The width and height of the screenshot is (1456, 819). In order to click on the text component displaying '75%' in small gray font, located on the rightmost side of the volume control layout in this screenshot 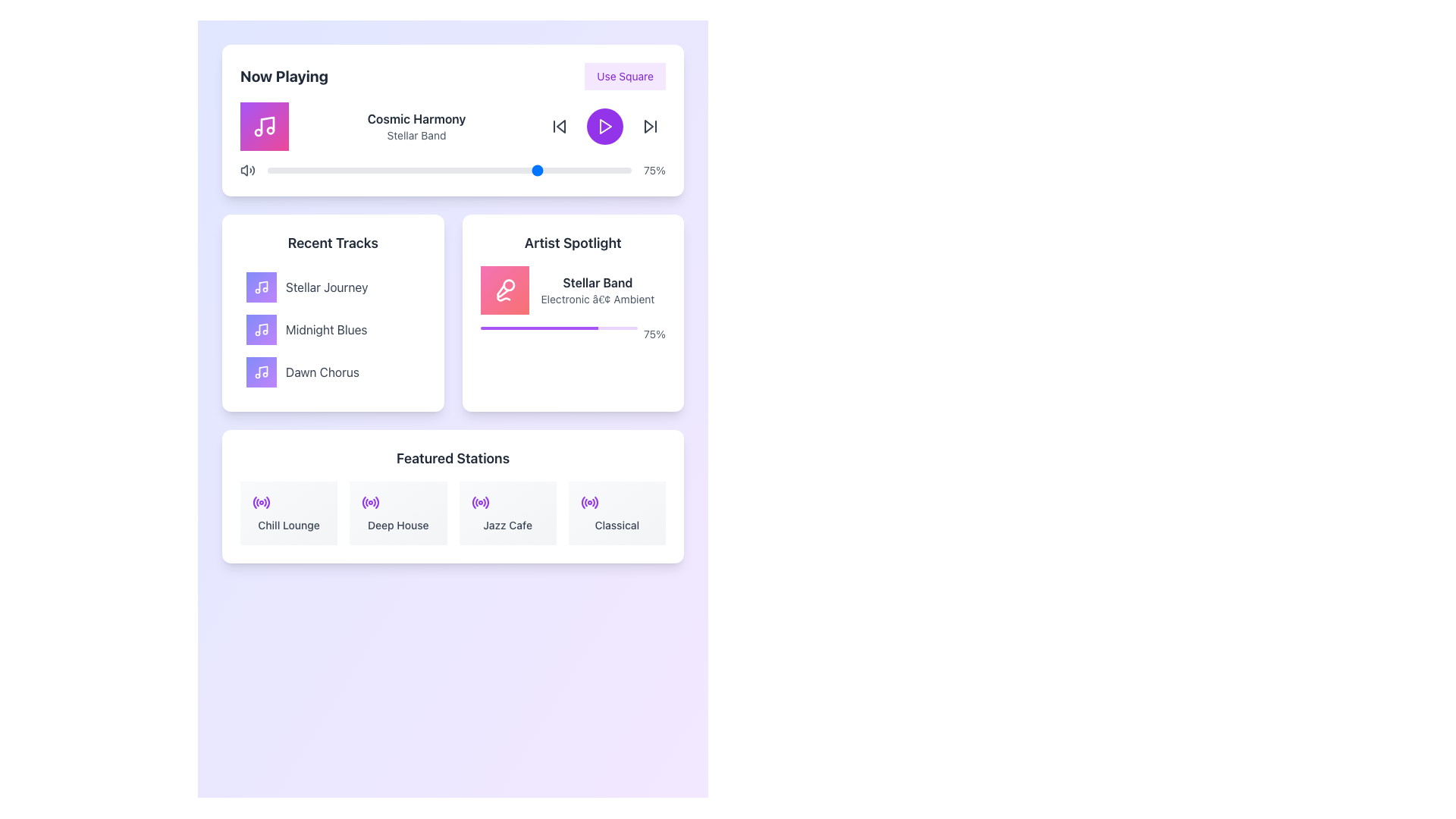, I will do `click(654, 170)`.